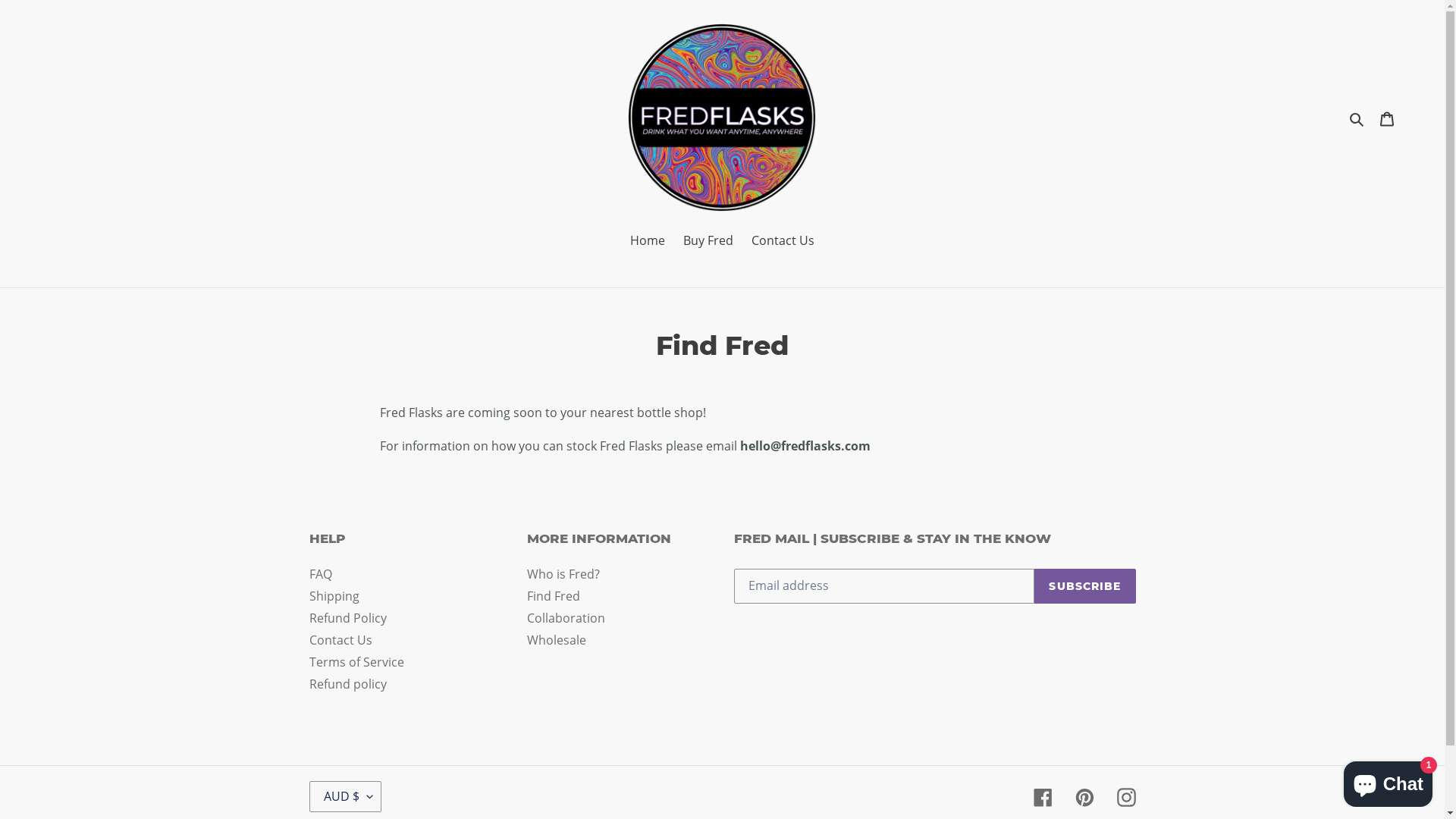  I want to click on 'Refund Policy', so click(347, 617).